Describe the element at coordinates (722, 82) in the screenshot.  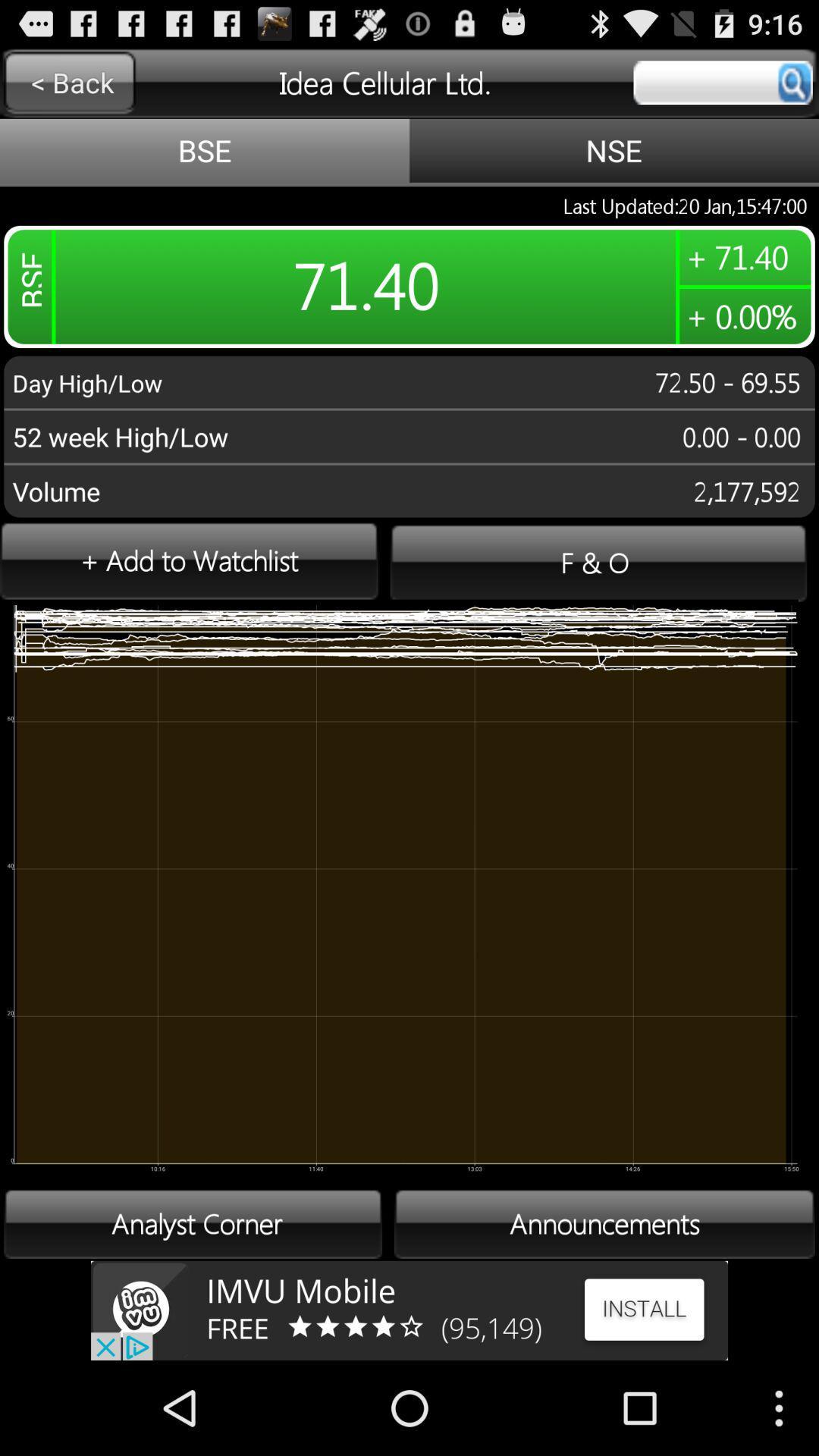
I see `search bar` at that location.